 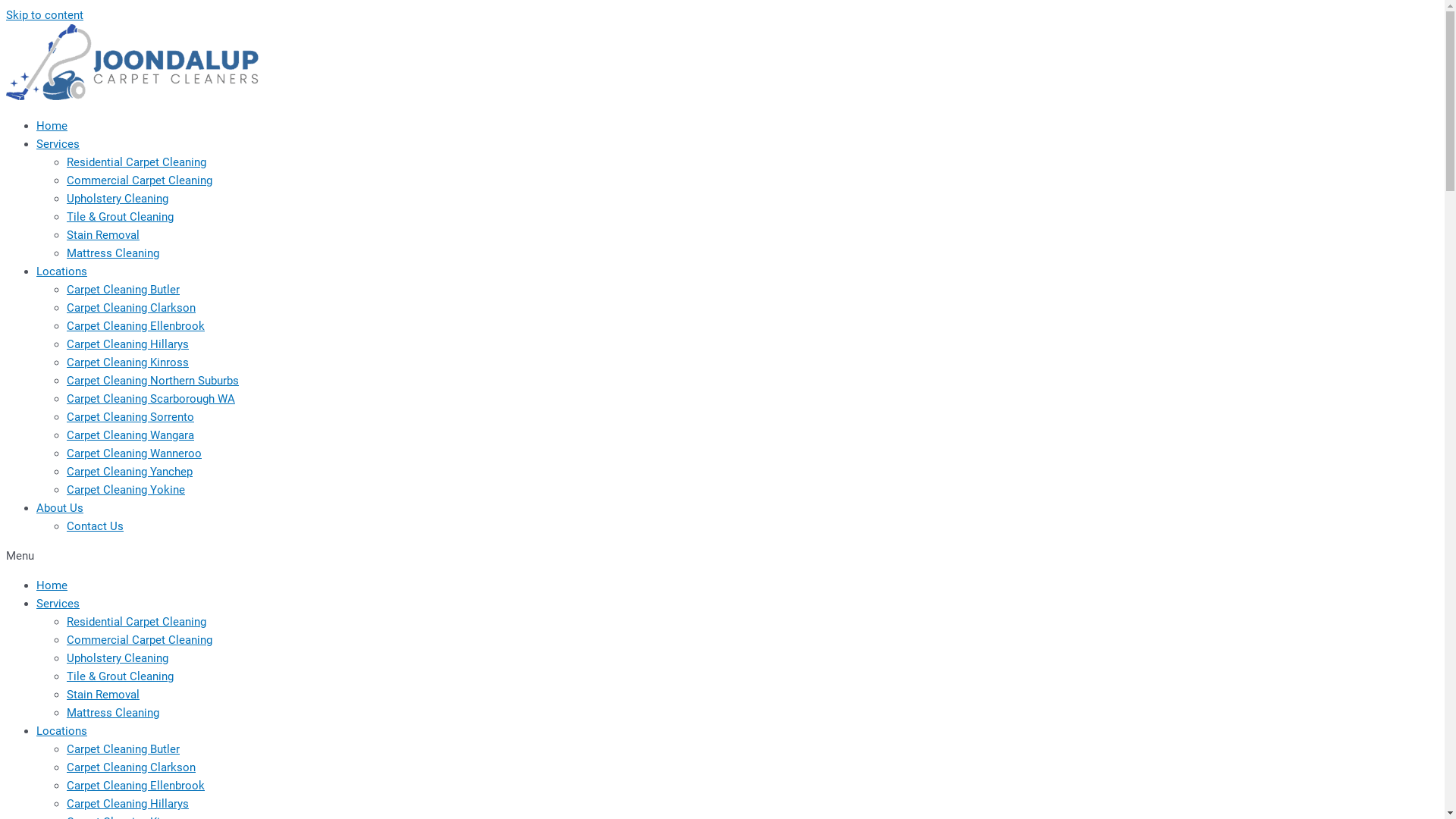 I want to click on 'Carpet Cleaning Hillarys', so click(x=127, y=803).